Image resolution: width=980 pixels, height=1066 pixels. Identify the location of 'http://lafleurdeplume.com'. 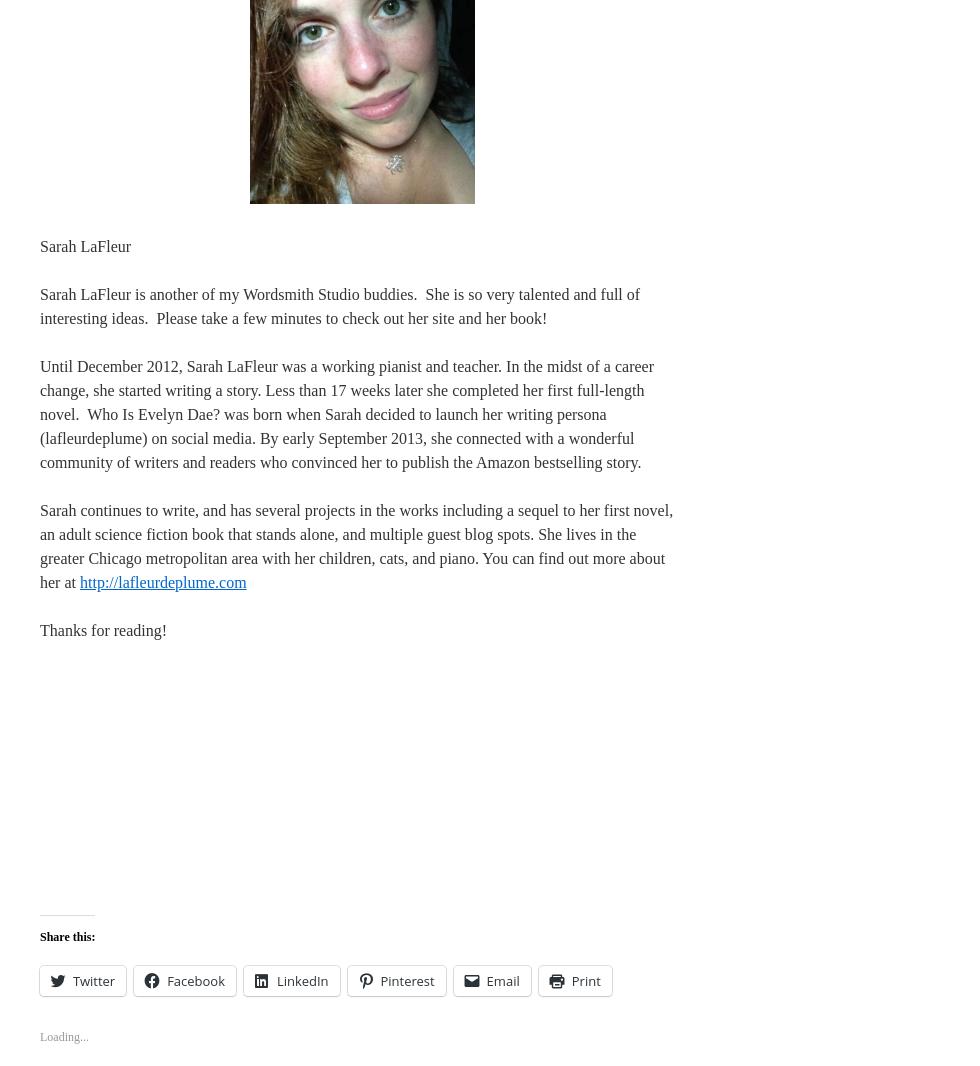
(78, 580).